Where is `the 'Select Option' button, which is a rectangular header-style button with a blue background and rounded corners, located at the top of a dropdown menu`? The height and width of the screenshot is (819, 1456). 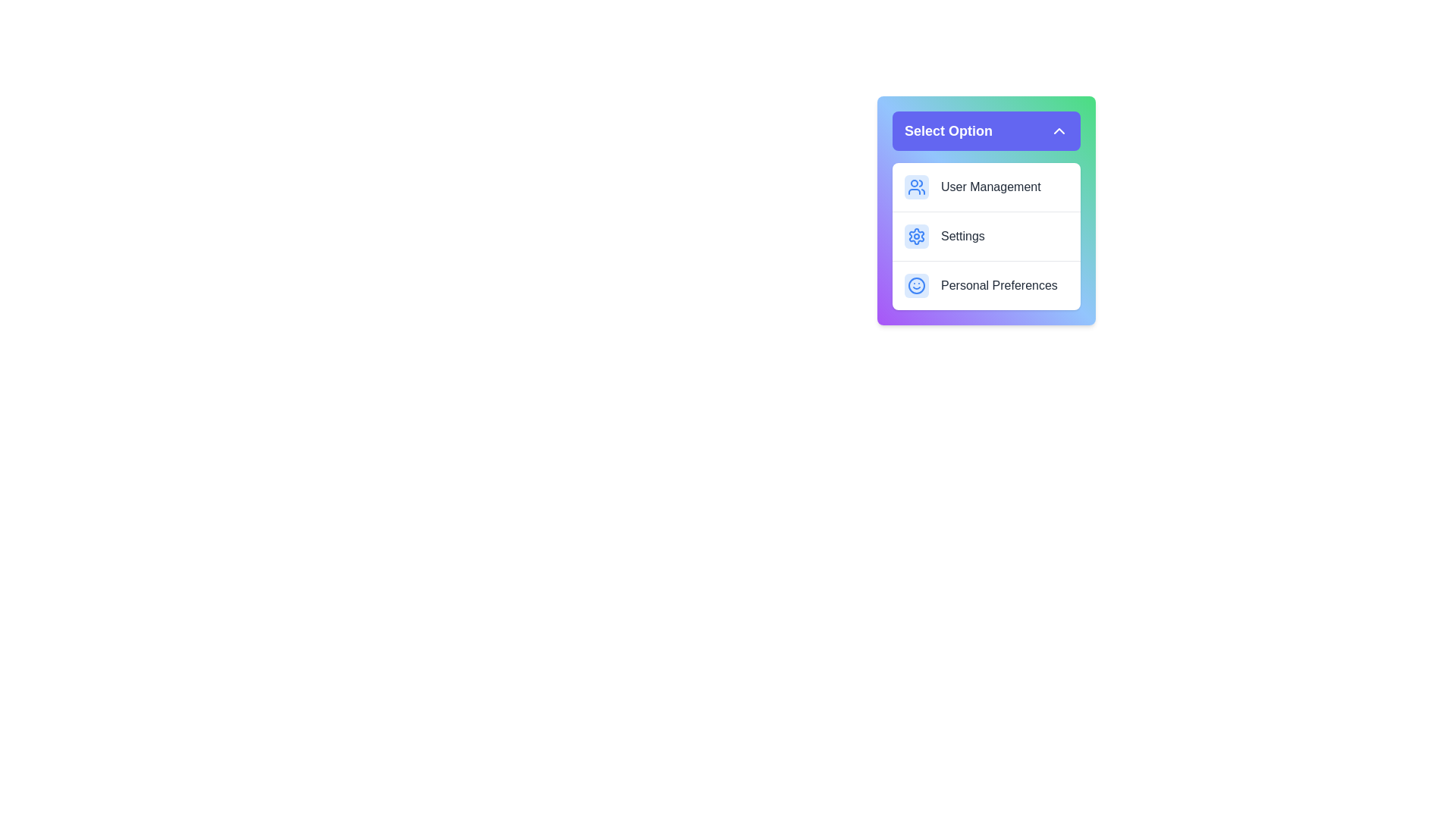 the 'Select Option' button, which is a rectangular header-style button with a blue background and rounded corners, located at the top of a dropdown menu is located at coordinates (986, 130).